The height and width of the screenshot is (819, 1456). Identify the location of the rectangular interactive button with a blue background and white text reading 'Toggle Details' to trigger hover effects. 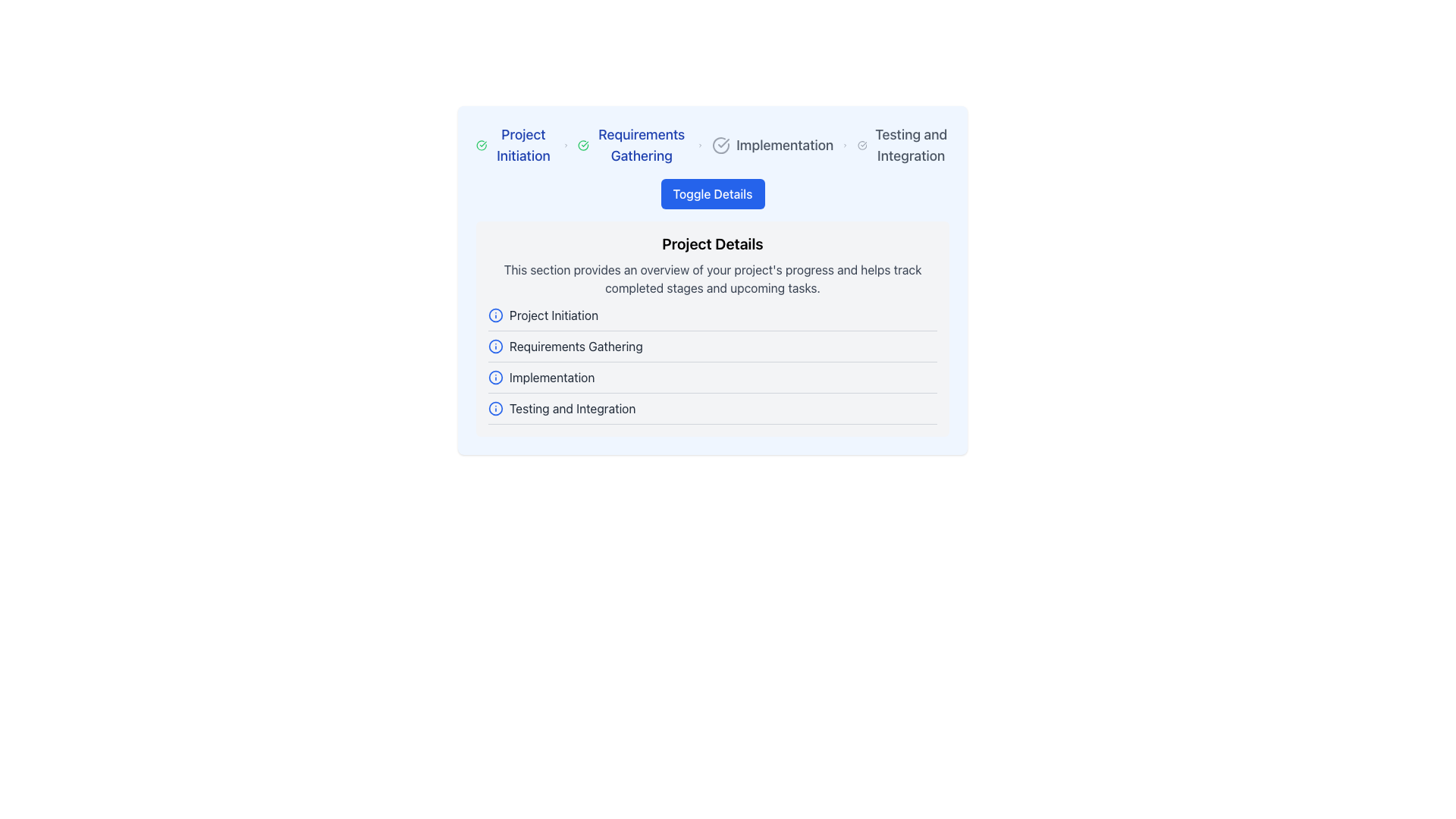
(712, 193).